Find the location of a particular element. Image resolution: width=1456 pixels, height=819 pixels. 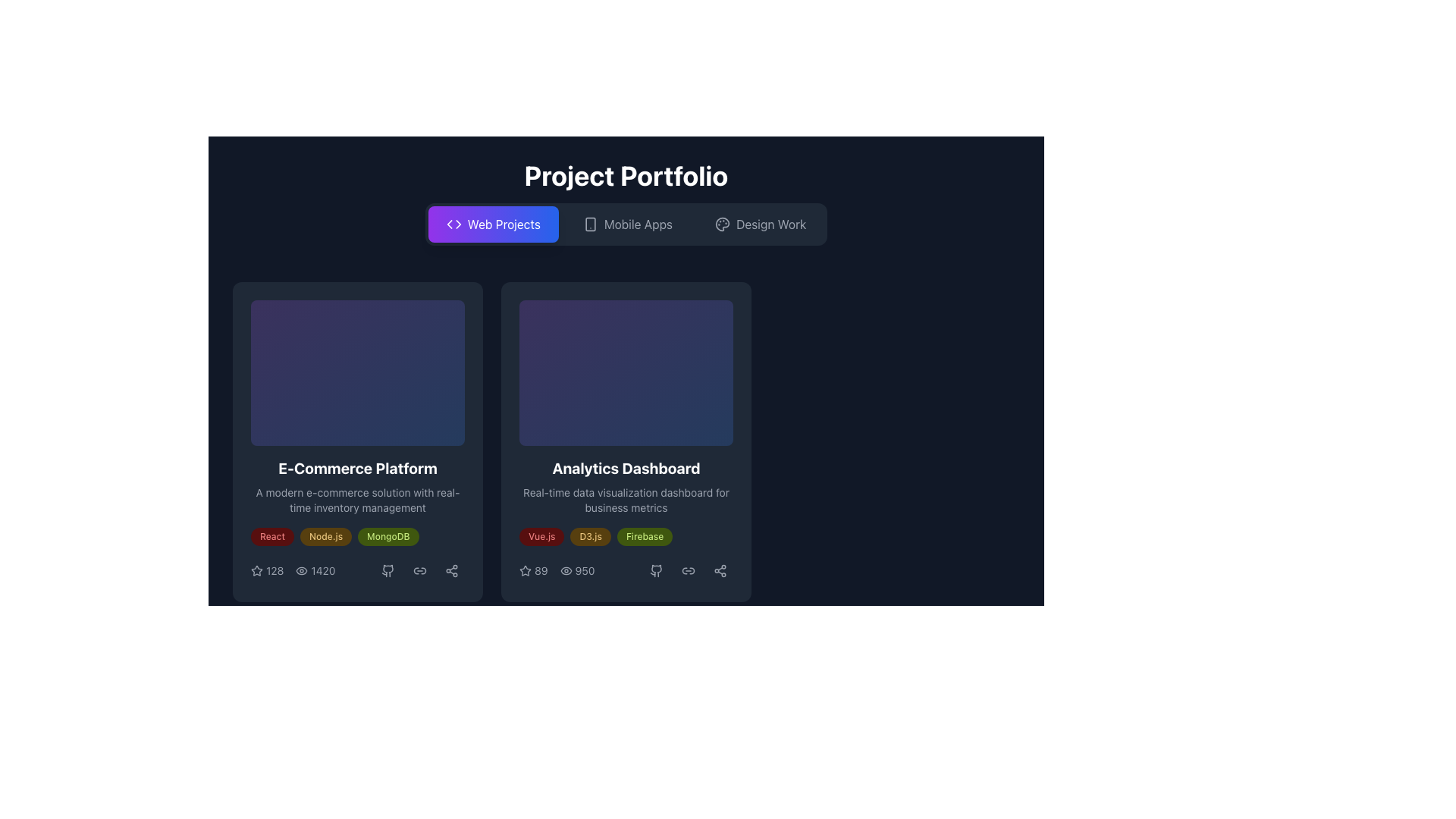

the left-facing arrow icon in the toolbar, which indicates navigation or direction is located at coordinates (448, 224).